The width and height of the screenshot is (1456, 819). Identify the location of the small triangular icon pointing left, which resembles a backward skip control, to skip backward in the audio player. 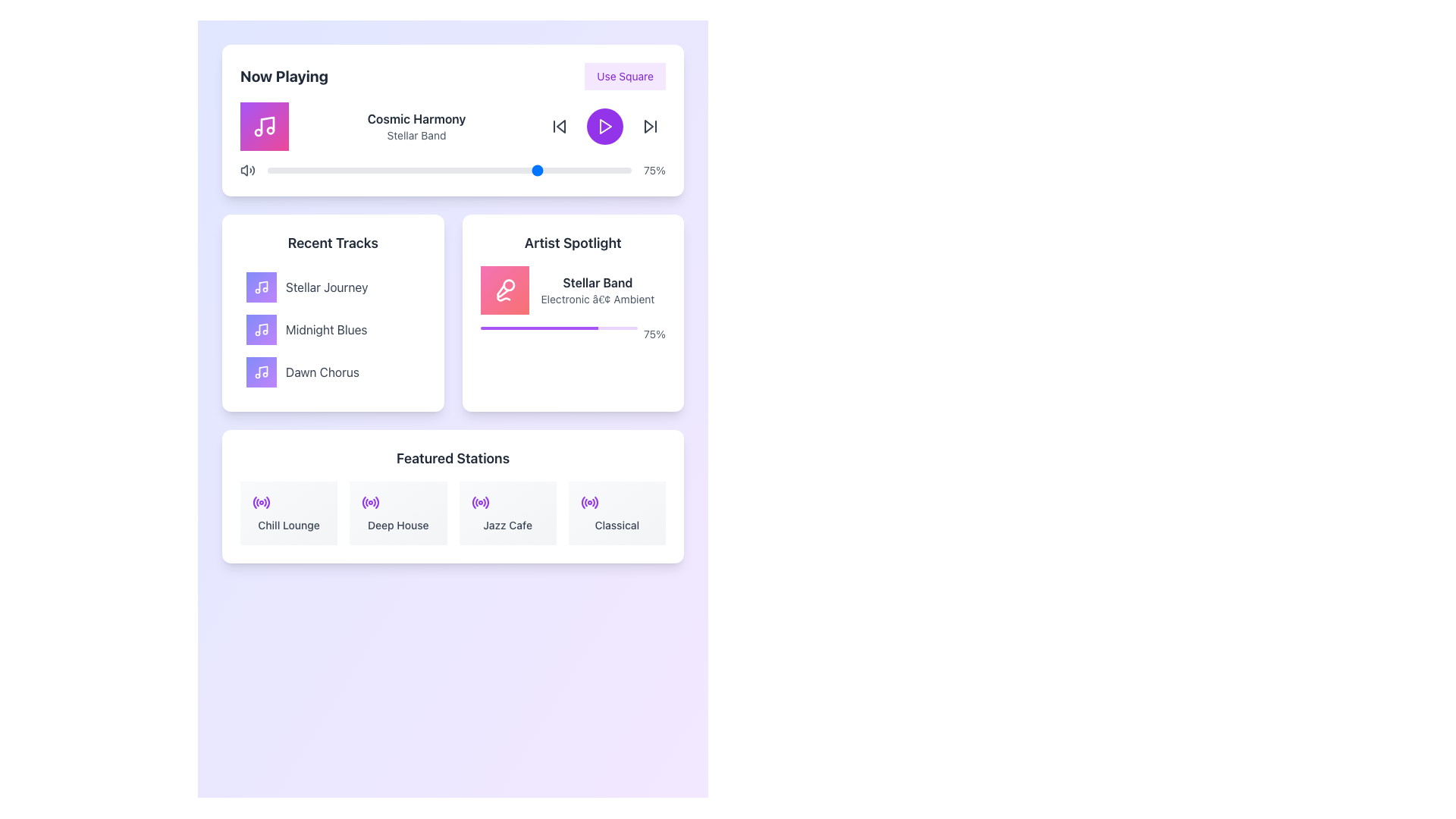
(560, 125).